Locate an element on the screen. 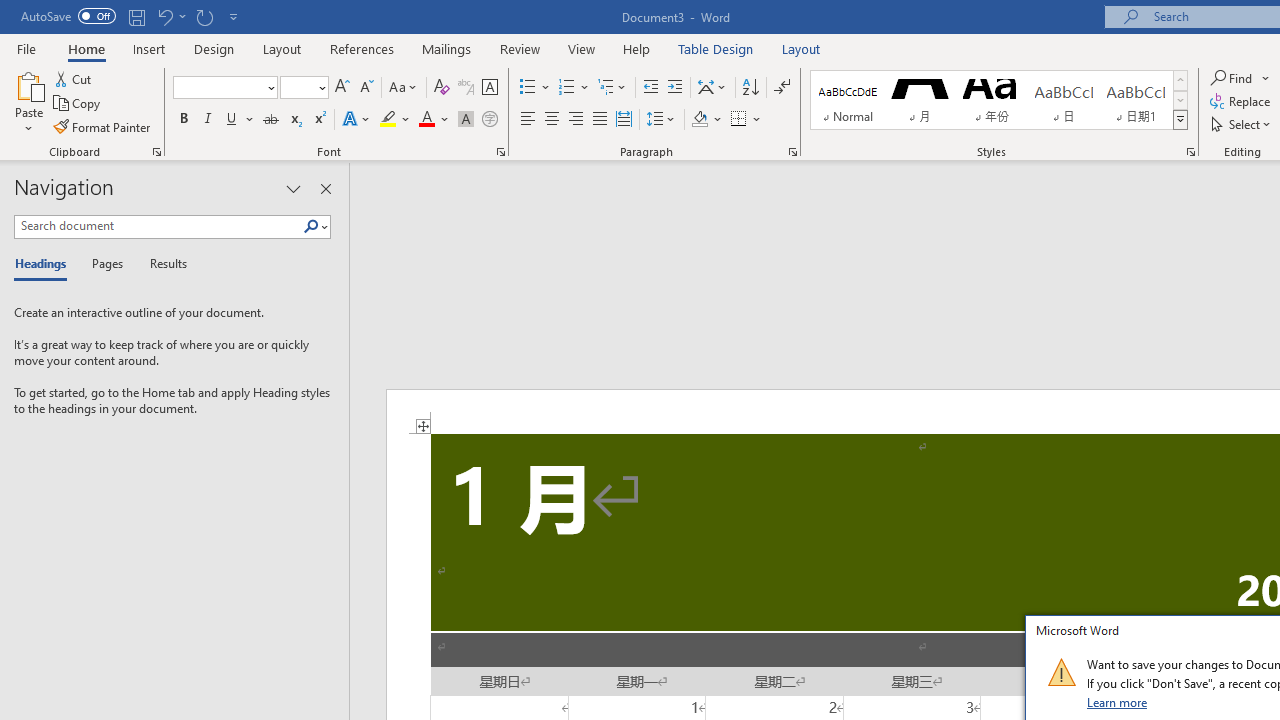  'Layout' is located at coordinates (801, 48).